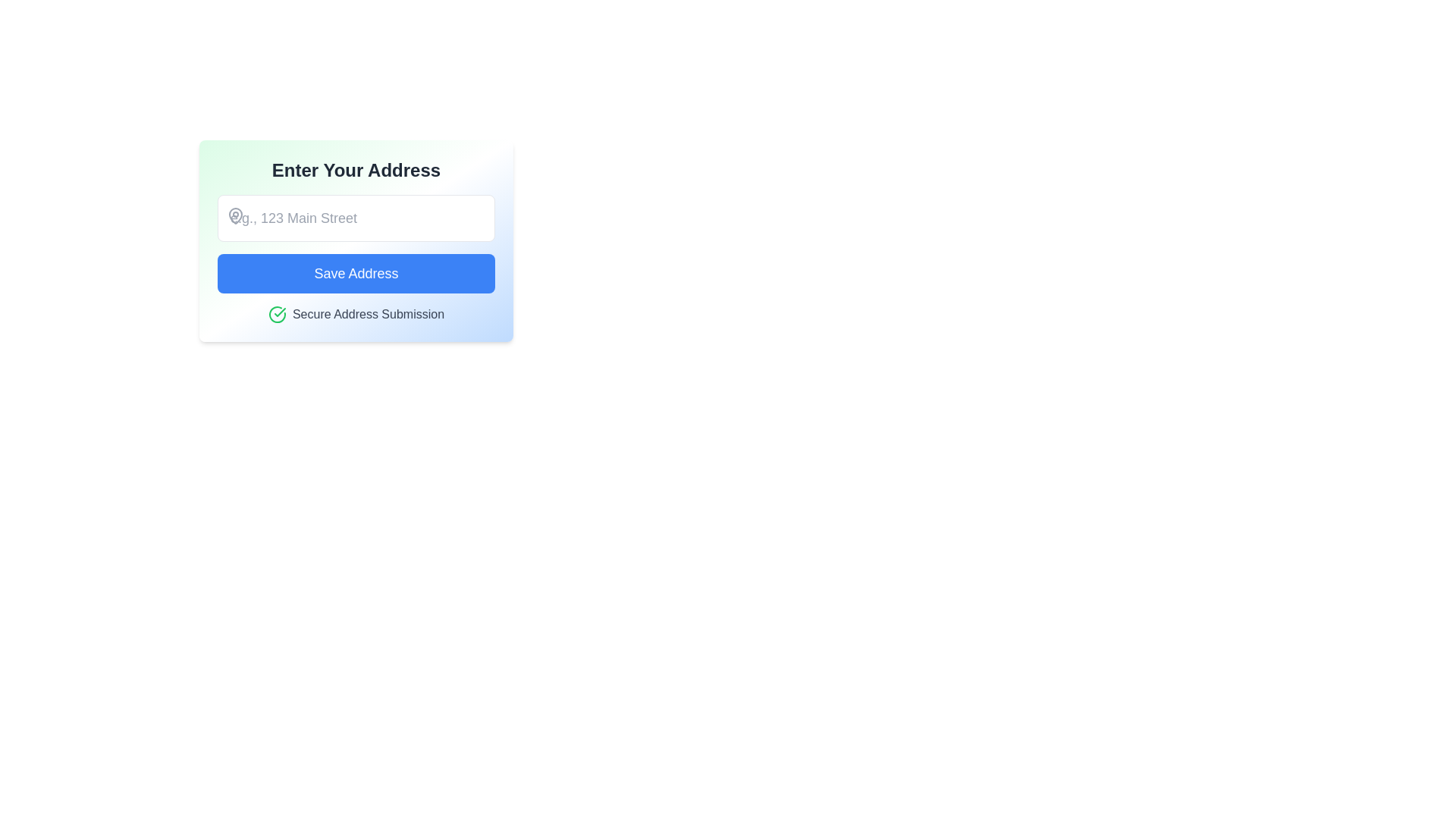 The image size is (1456, 819). I want to click on the gray map pin SVG icon located to the left of the input field, which is above the 'Save Address' button, so click(235, 216).